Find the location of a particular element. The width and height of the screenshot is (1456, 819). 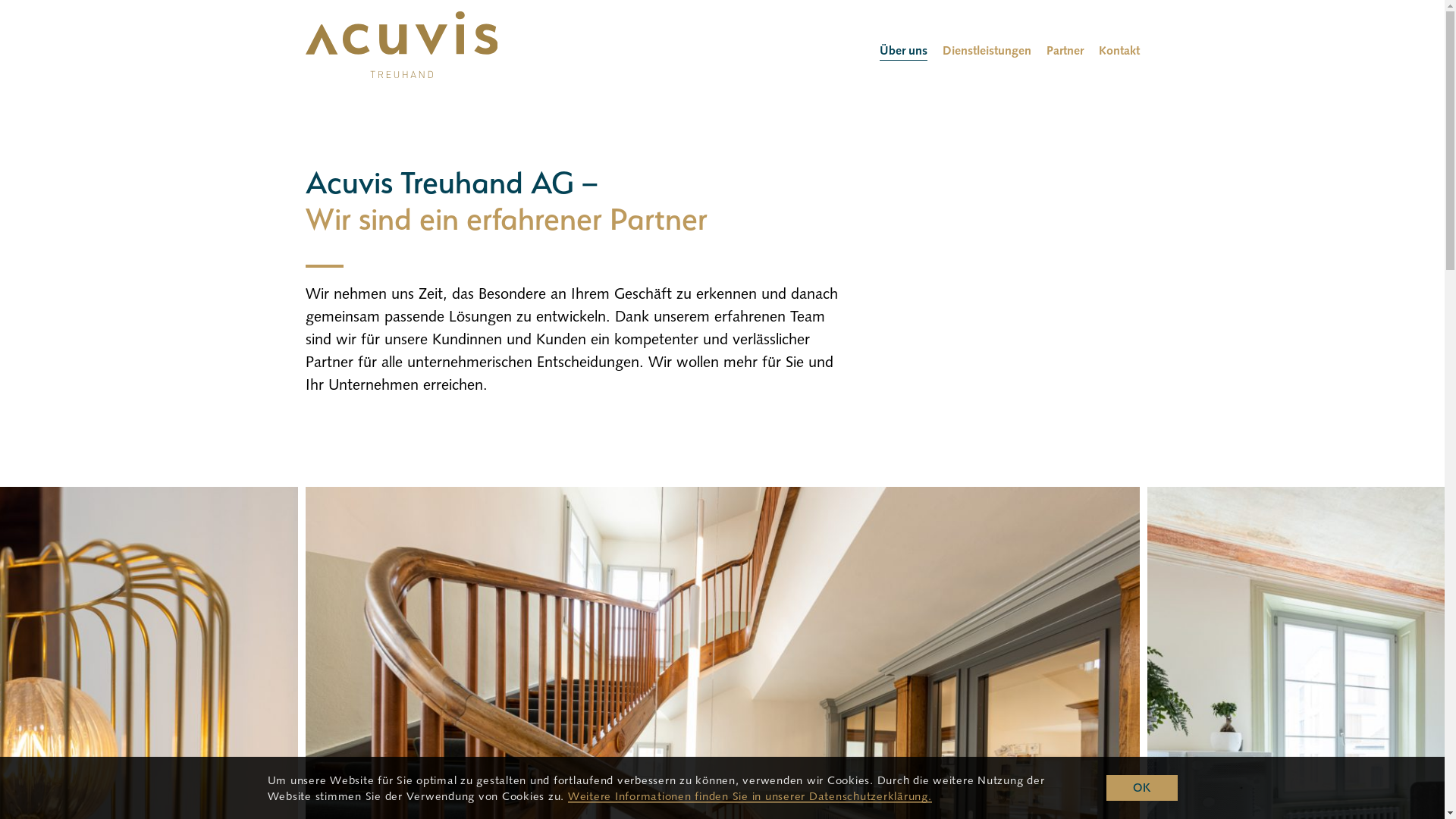

'Partner' is located at coordinates (1064, 49).